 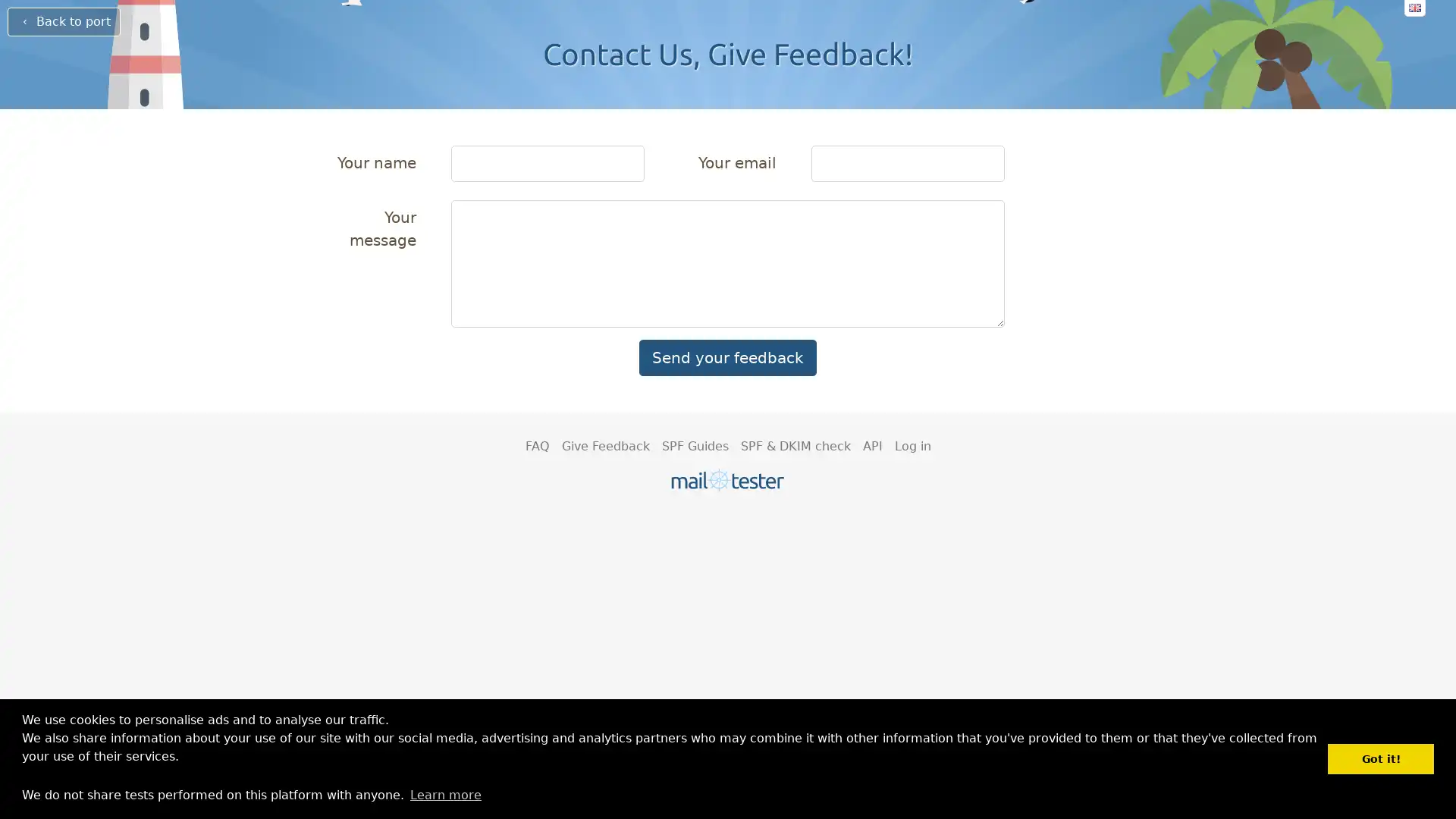 What do you see at coordinates (1380, 758) in the screenshot?
I see `dismiss cookie message` at bounding box center [1380, 758].